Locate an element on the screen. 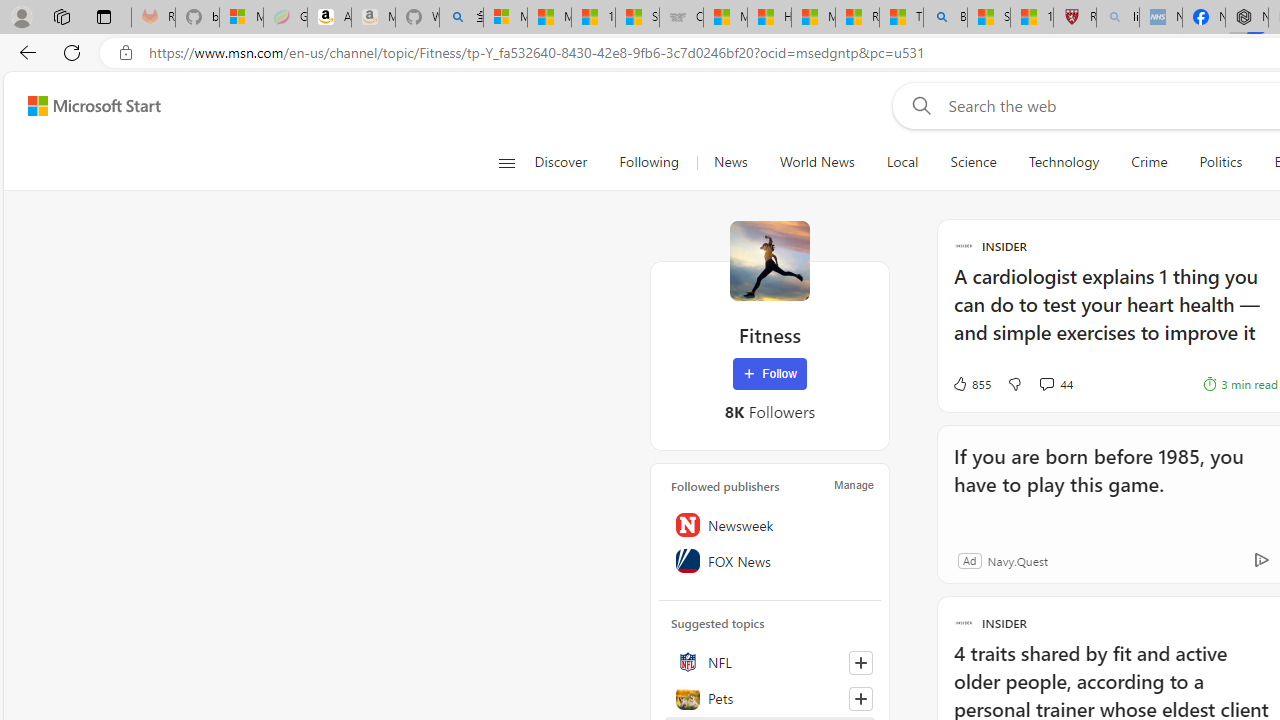 The width and height of the screenshot is (1280, 720). 'Follow this topic' is located at coordinates (860, 698).